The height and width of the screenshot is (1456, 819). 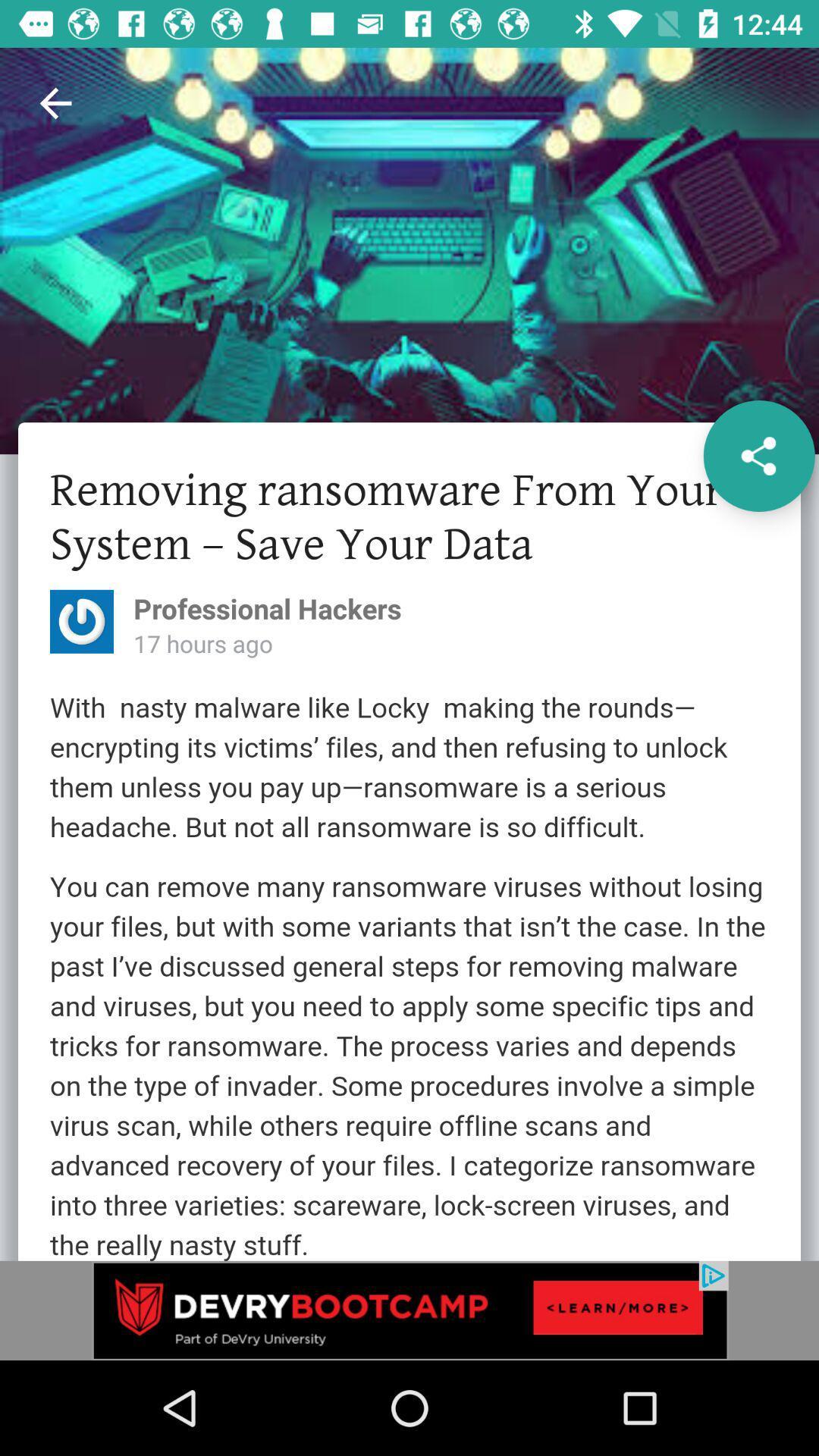 I want to click on the share icon, so click(x=759, y=455).